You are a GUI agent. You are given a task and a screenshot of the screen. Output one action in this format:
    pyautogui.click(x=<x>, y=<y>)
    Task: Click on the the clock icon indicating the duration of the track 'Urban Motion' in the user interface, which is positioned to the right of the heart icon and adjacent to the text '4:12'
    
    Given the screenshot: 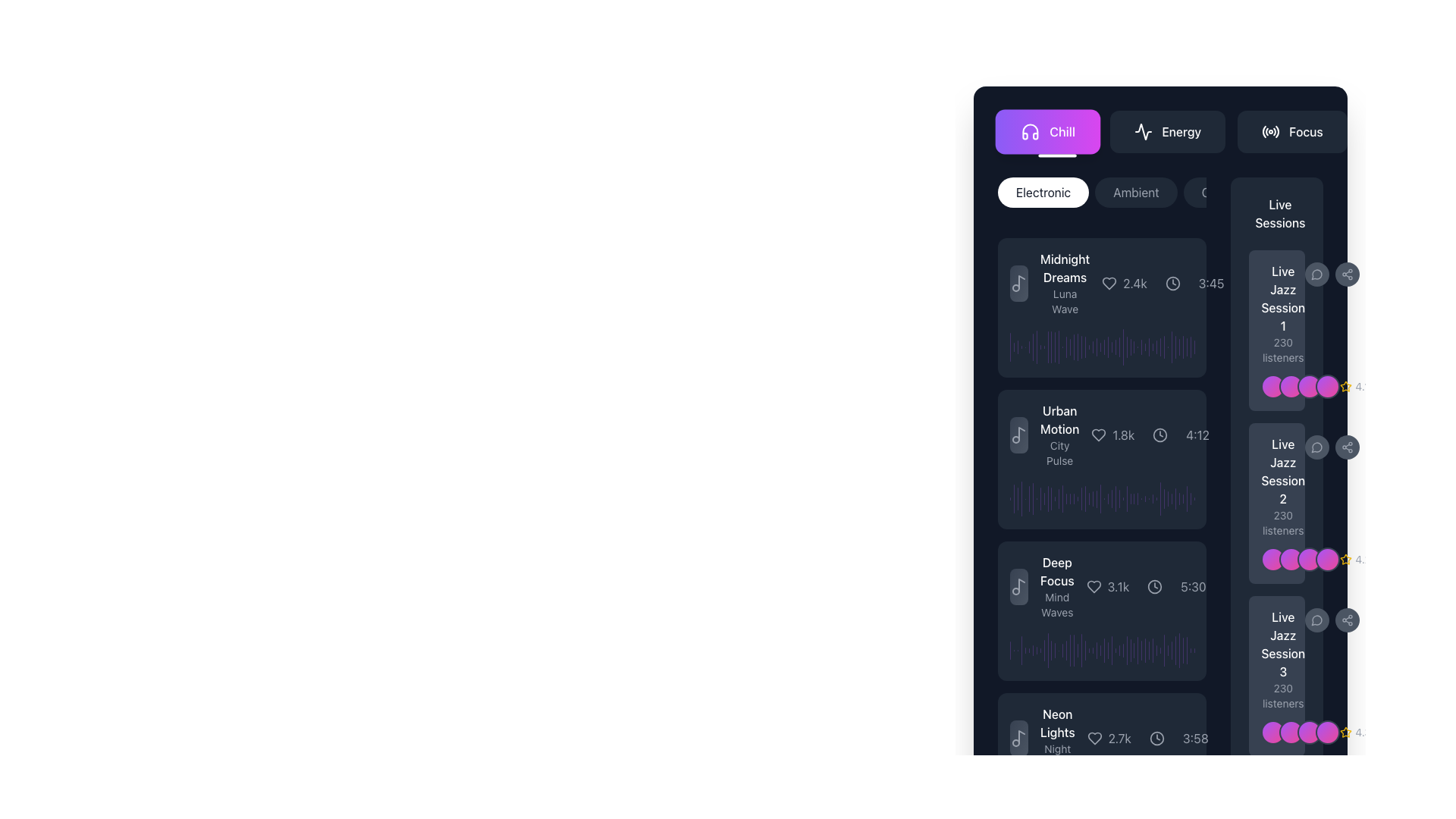 What is the action you would take?
    pyautogui.click(x=1159, y=435)
    